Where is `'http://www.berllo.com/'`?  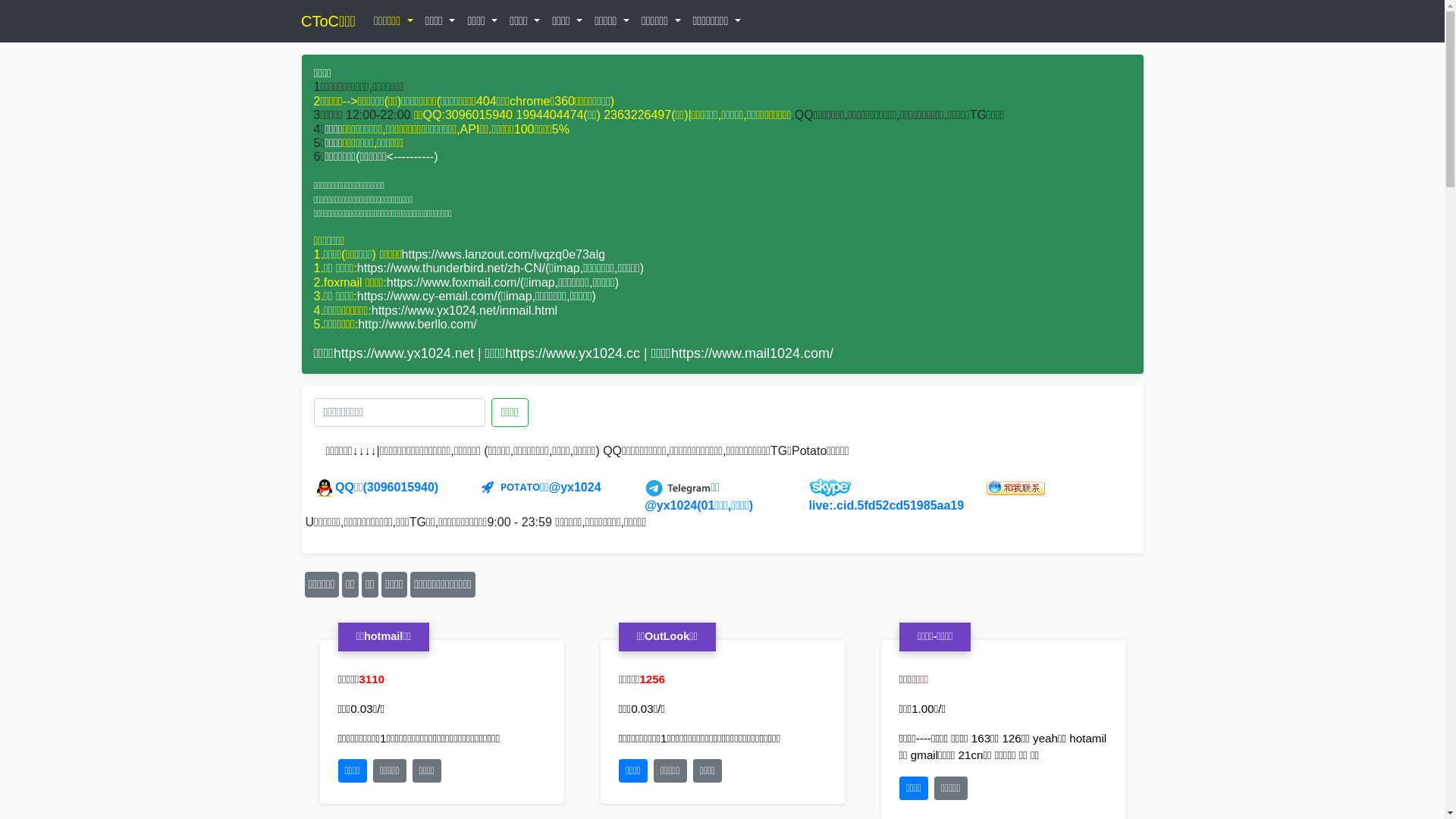 'http://www.berllo.com/' is located at coordinates (417, 323).